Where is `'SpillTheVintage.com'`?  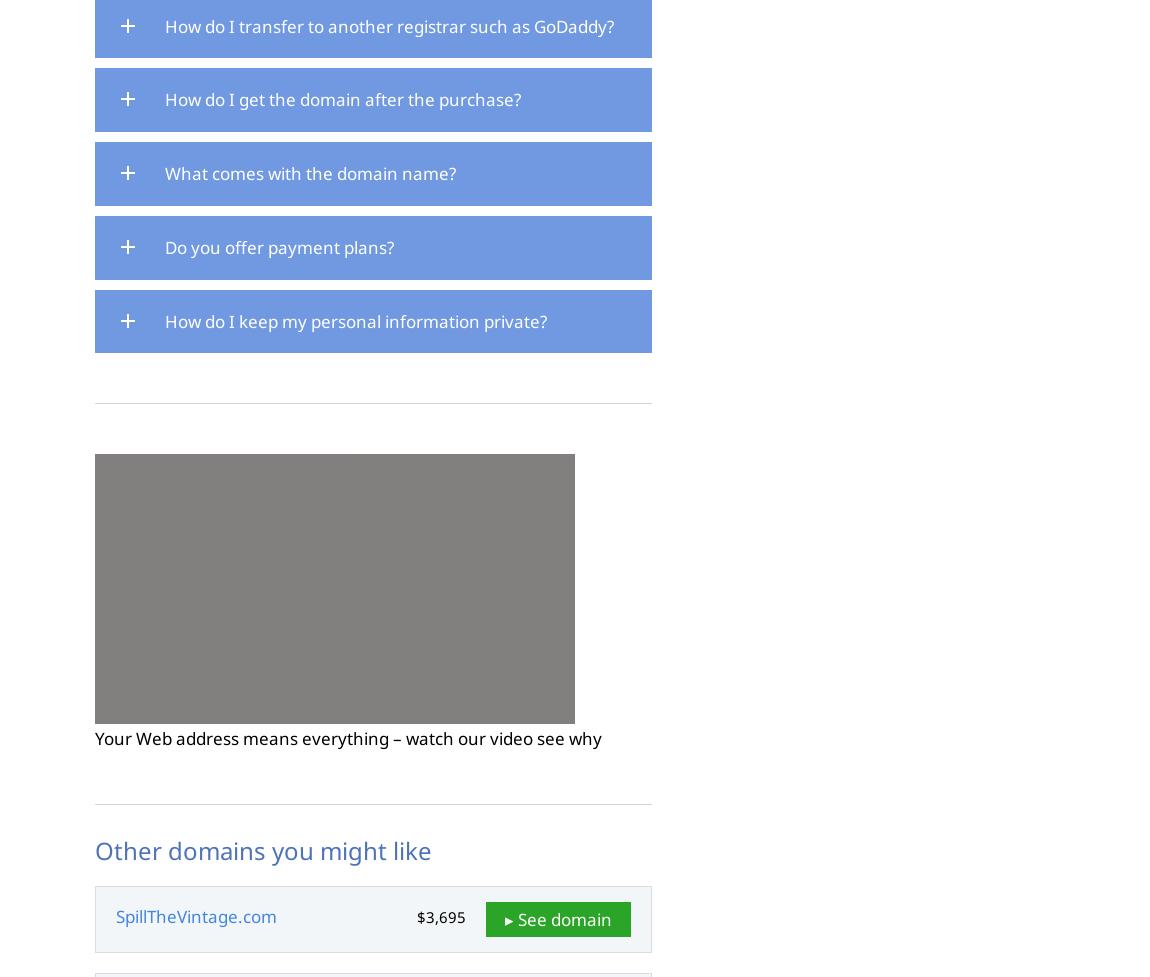
'SpillTheVintage.com' is located at coordinates (195, 915).